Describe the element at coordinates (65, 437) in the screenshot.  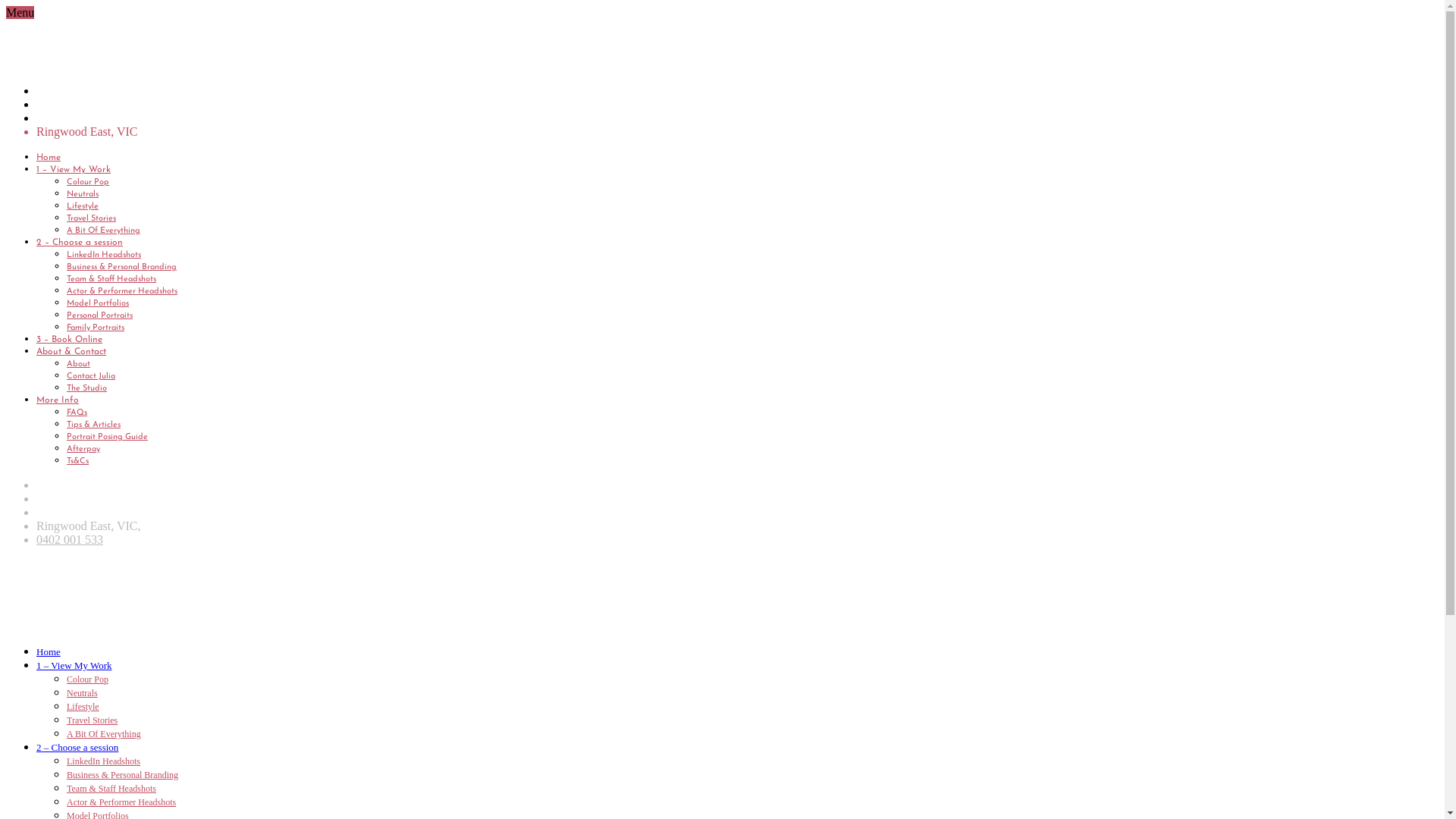
I see `'Portrait Posing Guide'` at that location.